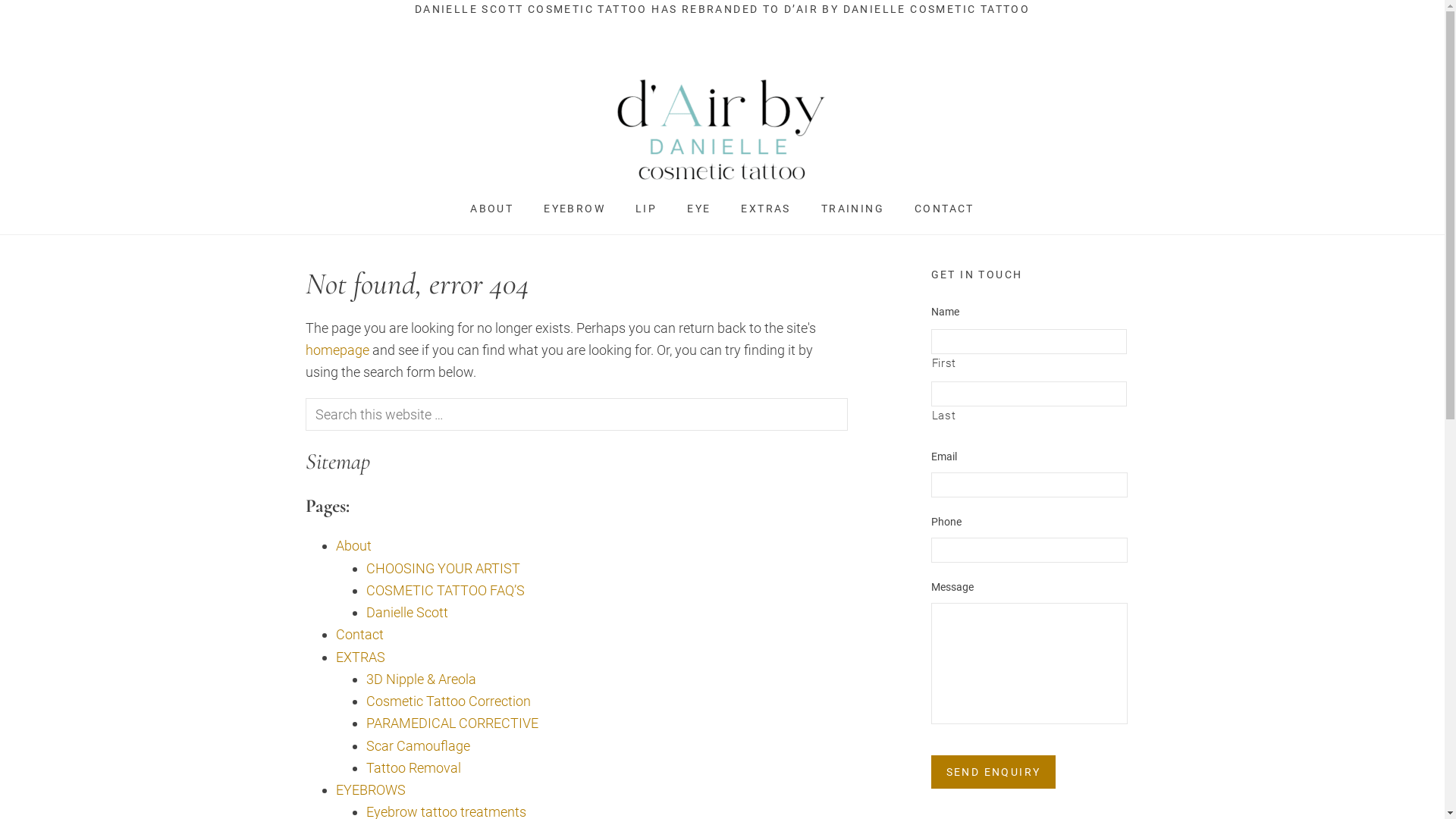  What do you see at coordinates (765, 209) in the screenshot?
I see `'EXTRAS'` at bounding box center [765, 209].